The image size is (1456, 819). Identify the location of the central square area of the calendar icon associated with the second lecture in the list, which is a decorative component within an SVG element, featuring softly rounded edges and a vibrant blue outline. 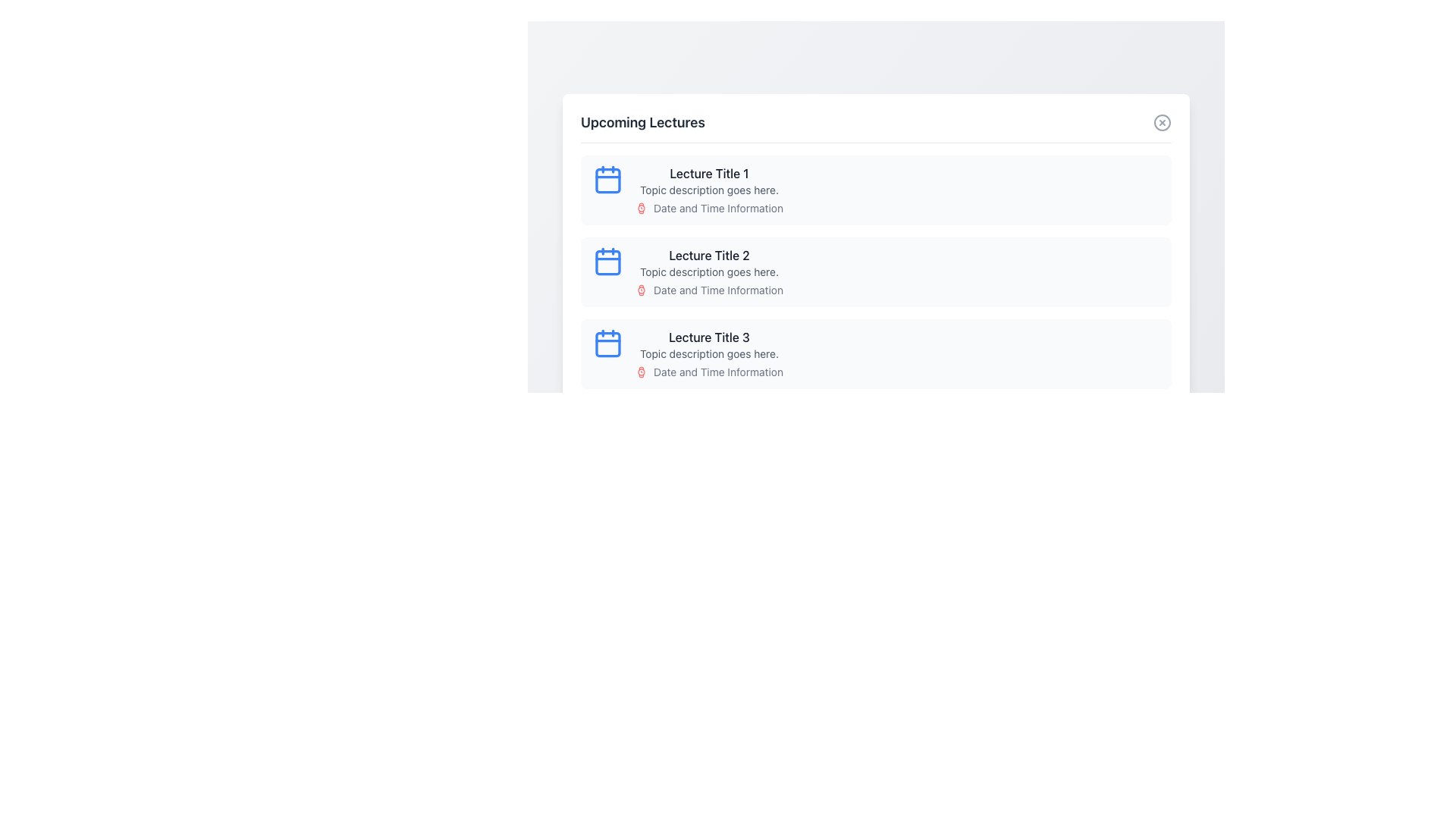
(607, 262).